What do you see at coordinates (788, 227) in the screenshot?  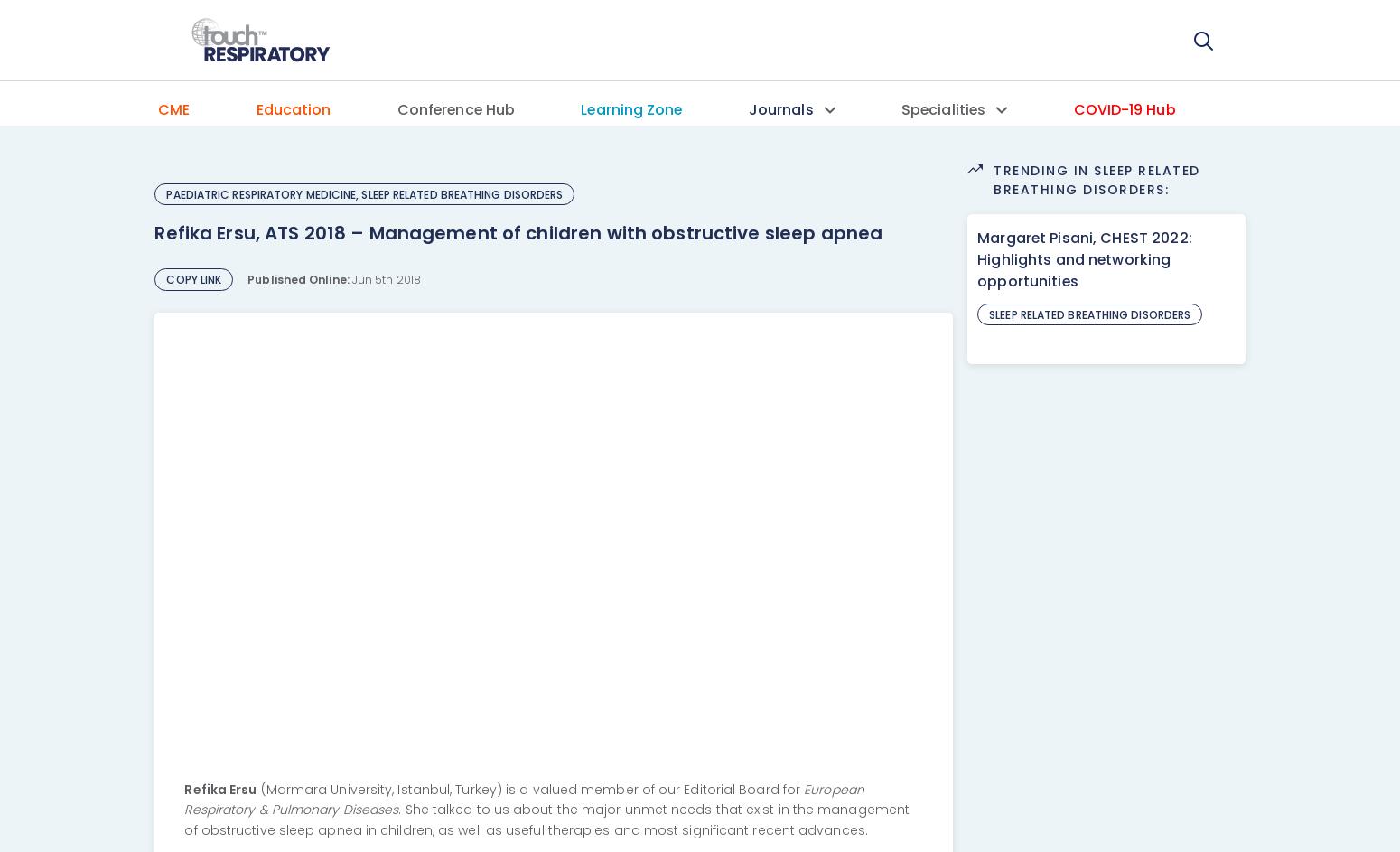 I see `'Editorial board'` at bounding box center [788, 227].